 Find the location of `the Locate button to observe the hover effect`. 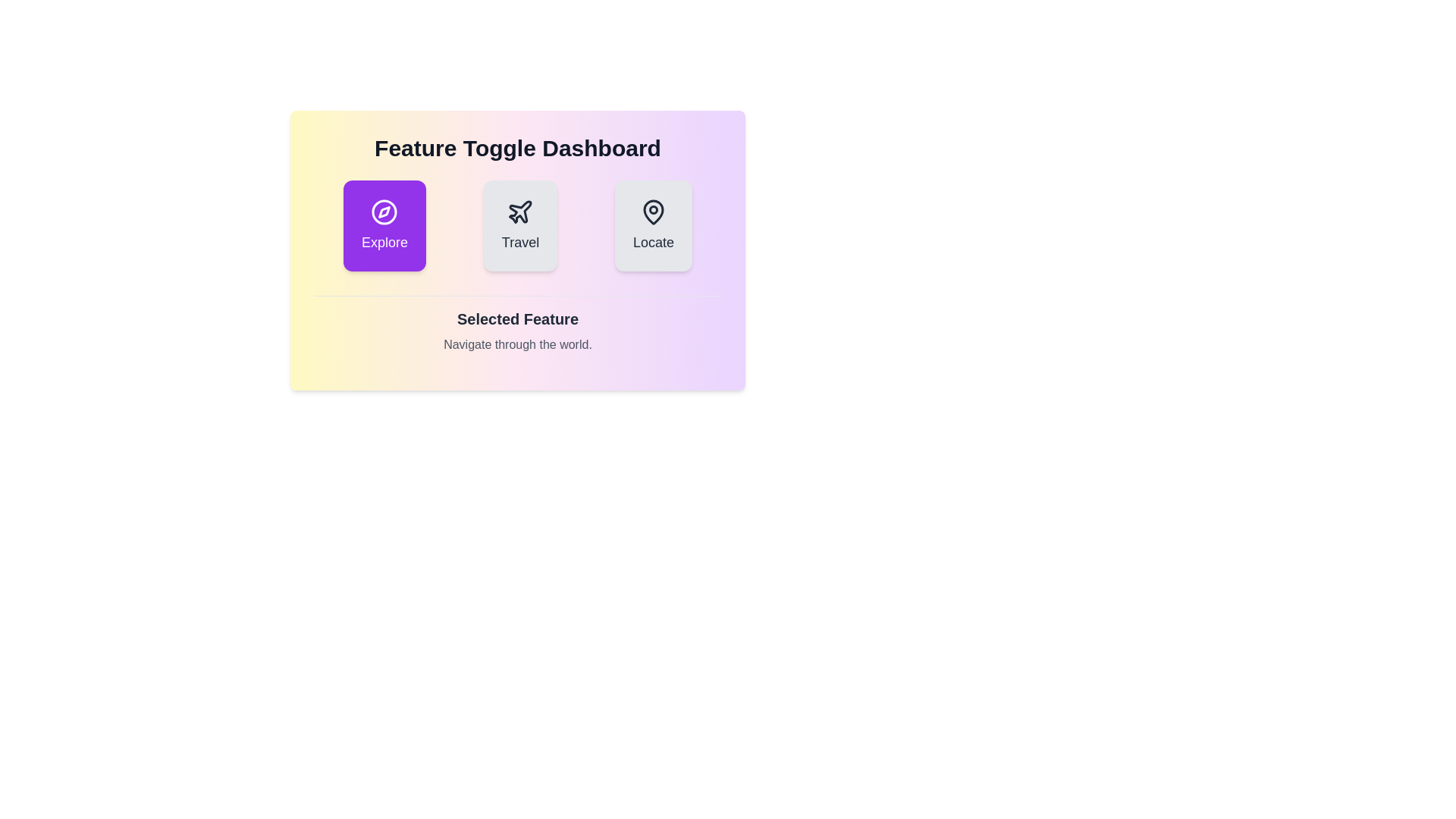

the Locate button to observe the hover effect is located at coordinates (654, 225).